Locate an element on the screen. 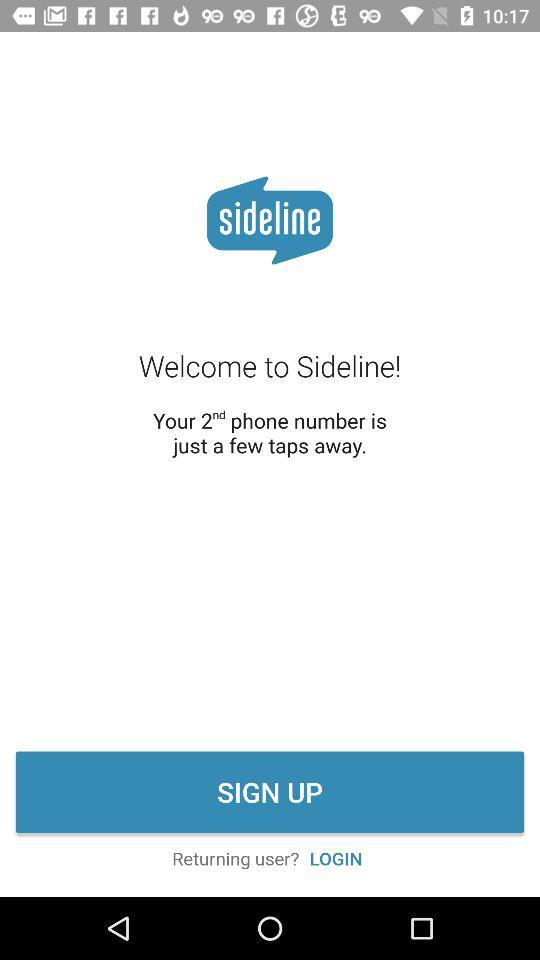  the icon next to returning user? item is located at coordinates (336, 857).